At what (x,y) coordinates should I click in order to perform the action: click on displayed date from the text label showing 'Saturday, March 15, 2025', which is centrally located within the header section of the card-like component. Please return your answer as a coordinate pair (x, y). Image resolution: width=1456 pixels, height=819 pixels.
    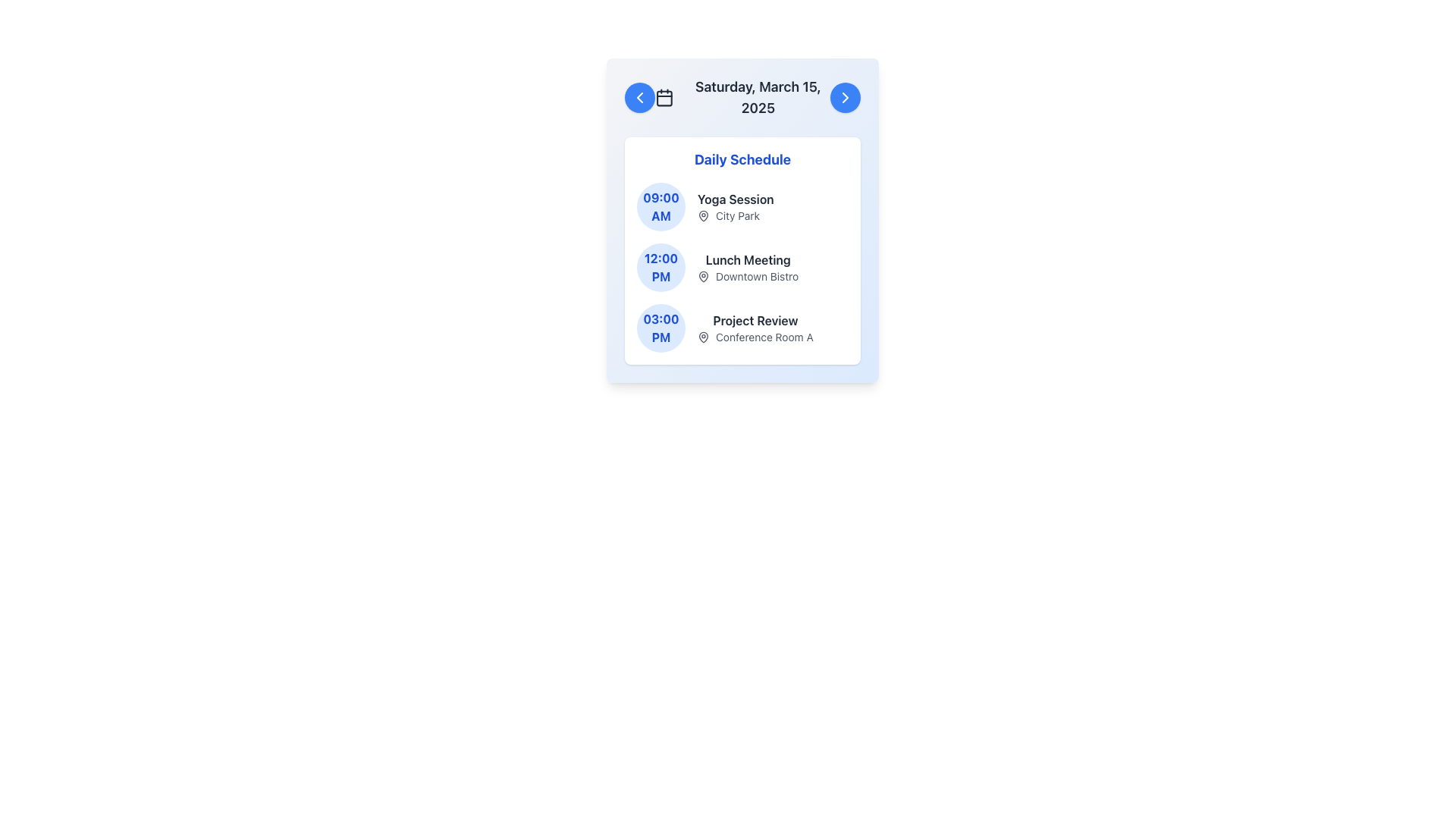
    Looking at the image, I should click on (742, 97).